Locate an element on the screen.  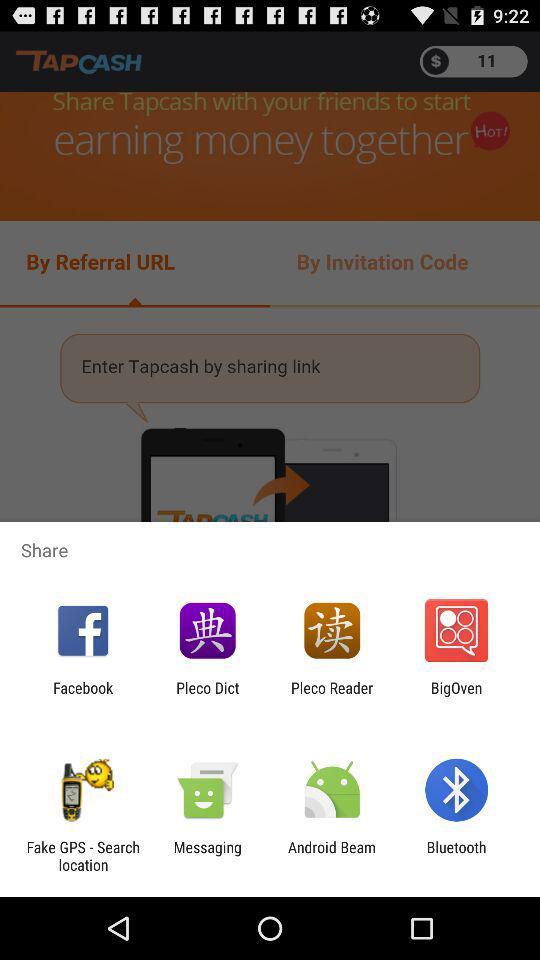
the app next to the messaging icon is located at coordinates (332, 855).